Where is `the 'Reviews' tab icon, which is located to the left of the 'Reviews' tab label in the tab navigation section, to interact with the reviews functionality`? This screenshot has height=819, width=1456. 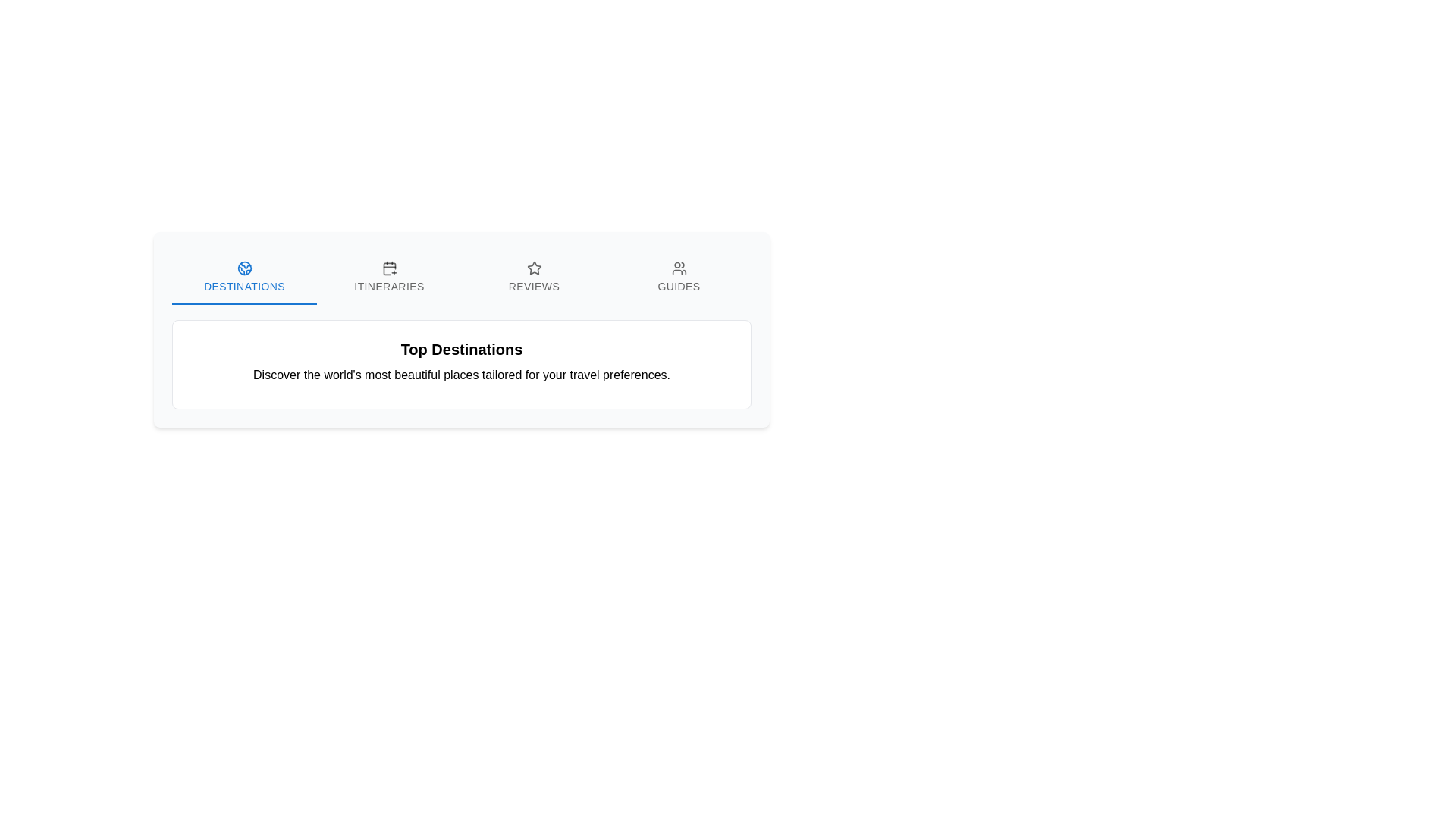
the 'Reviews' tab icon, which is located to the left of the 'Reviews' tab label in the tab navigation section, to interact with the reviews functionality is located at coordinates (534, 268).